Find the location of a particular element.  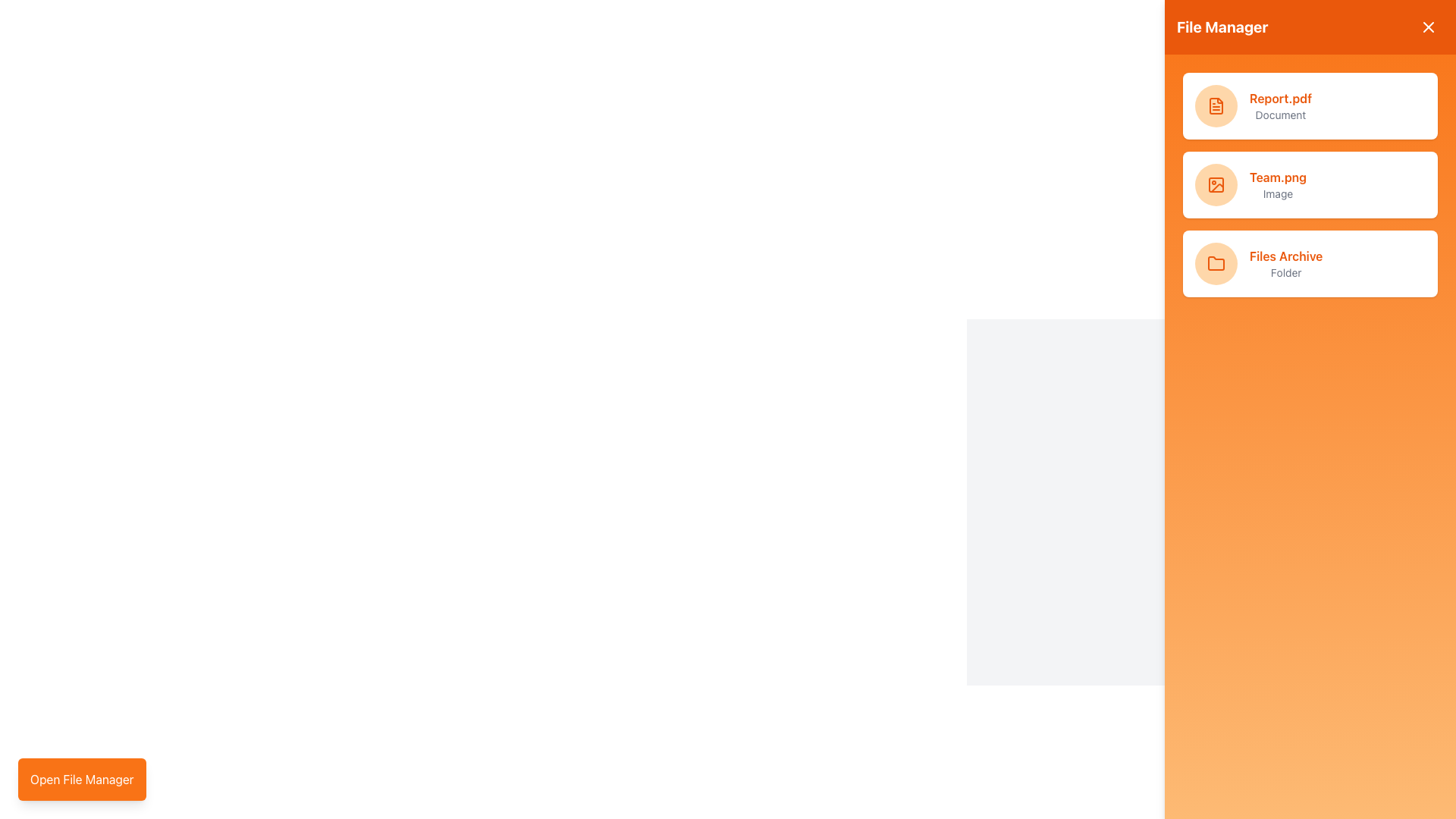

the orange icon representing an image, which is the middle item is located at coordinates (1216, 184).